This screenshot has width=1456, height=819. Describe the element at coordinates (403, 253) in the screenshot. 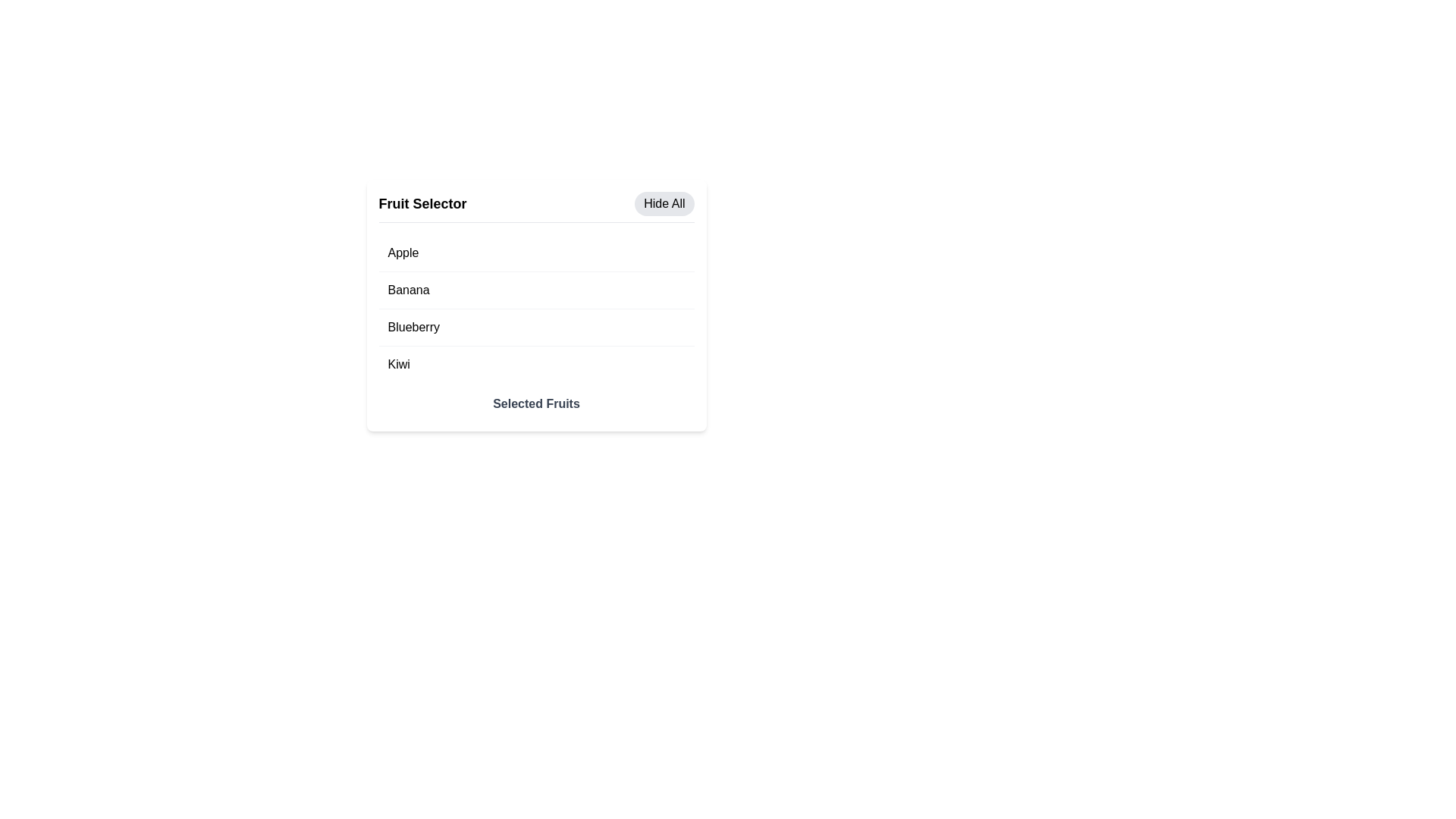

I see `the text label for the fruit 'Apple', which is the first item in the list under the 'Fruit Selector' heading` at that location.